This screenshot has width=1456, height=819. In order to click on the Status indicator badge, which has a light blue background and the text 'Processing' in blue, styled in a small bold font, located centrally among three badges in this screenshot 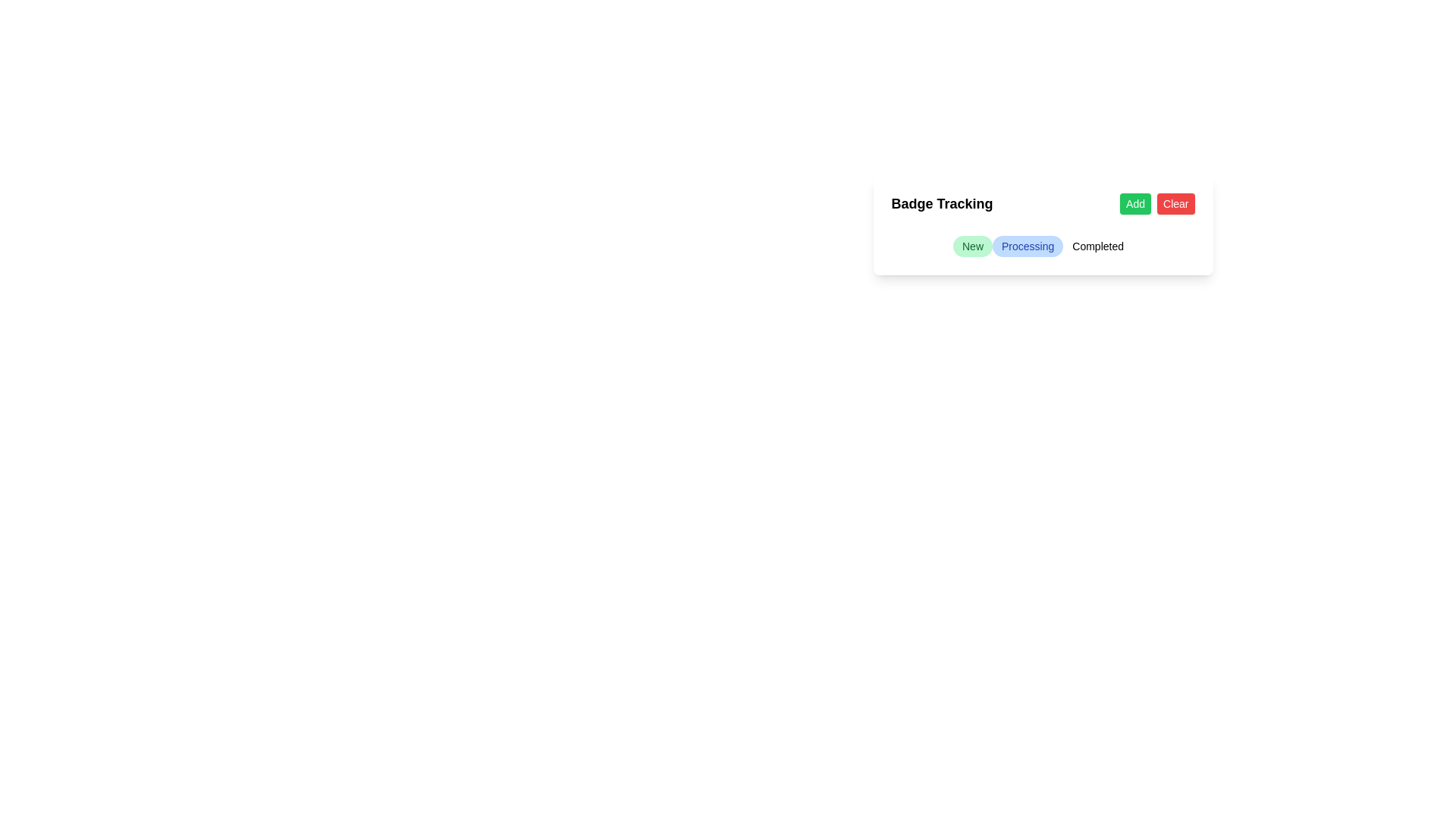, I will do `click(1028, 245)`.